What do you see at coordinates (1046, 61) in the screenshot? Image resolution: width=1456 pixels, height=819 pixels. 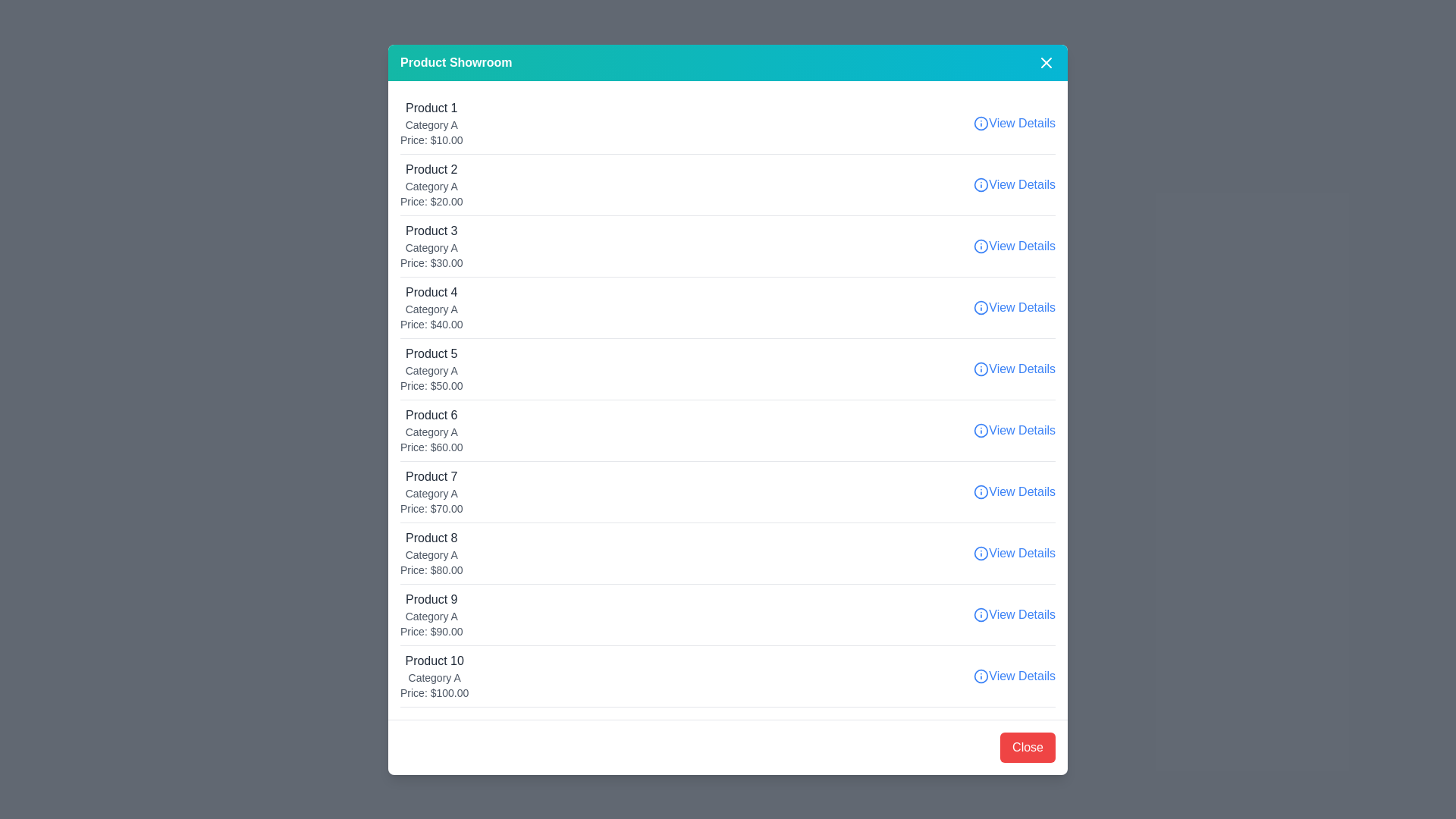 I see `the Close icon in the header to close the dialog` at bounding box center [1046, 61].